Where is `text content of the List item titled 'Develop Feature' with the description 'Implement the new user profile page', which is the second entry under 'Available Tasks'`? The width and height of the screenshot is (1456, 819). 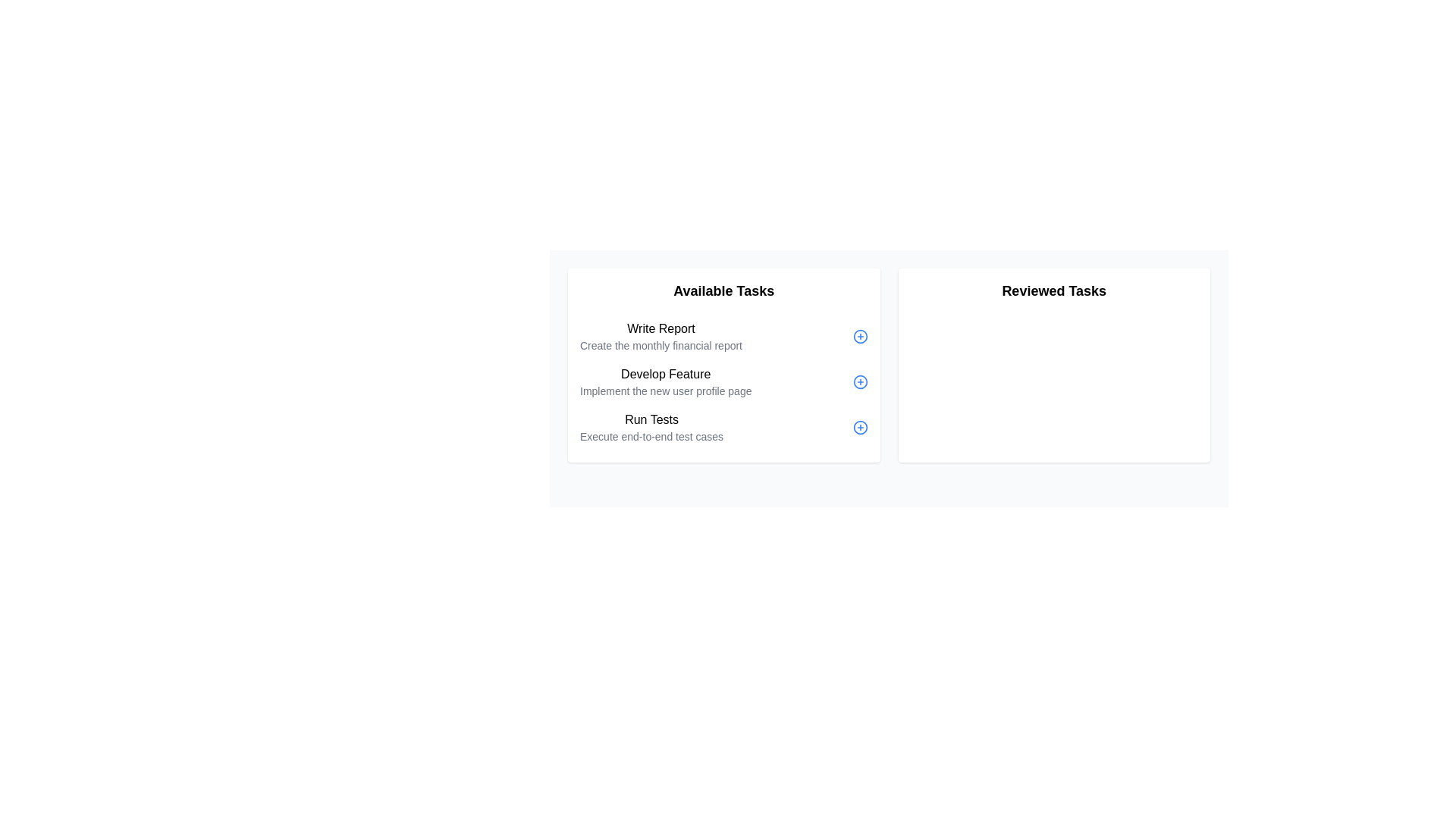
text content of the List item titled 'Develop Feature' with the description 'Implement the new user profile page', which is the second entry under 'Available Tasks' is located at coordinates (666, 381).